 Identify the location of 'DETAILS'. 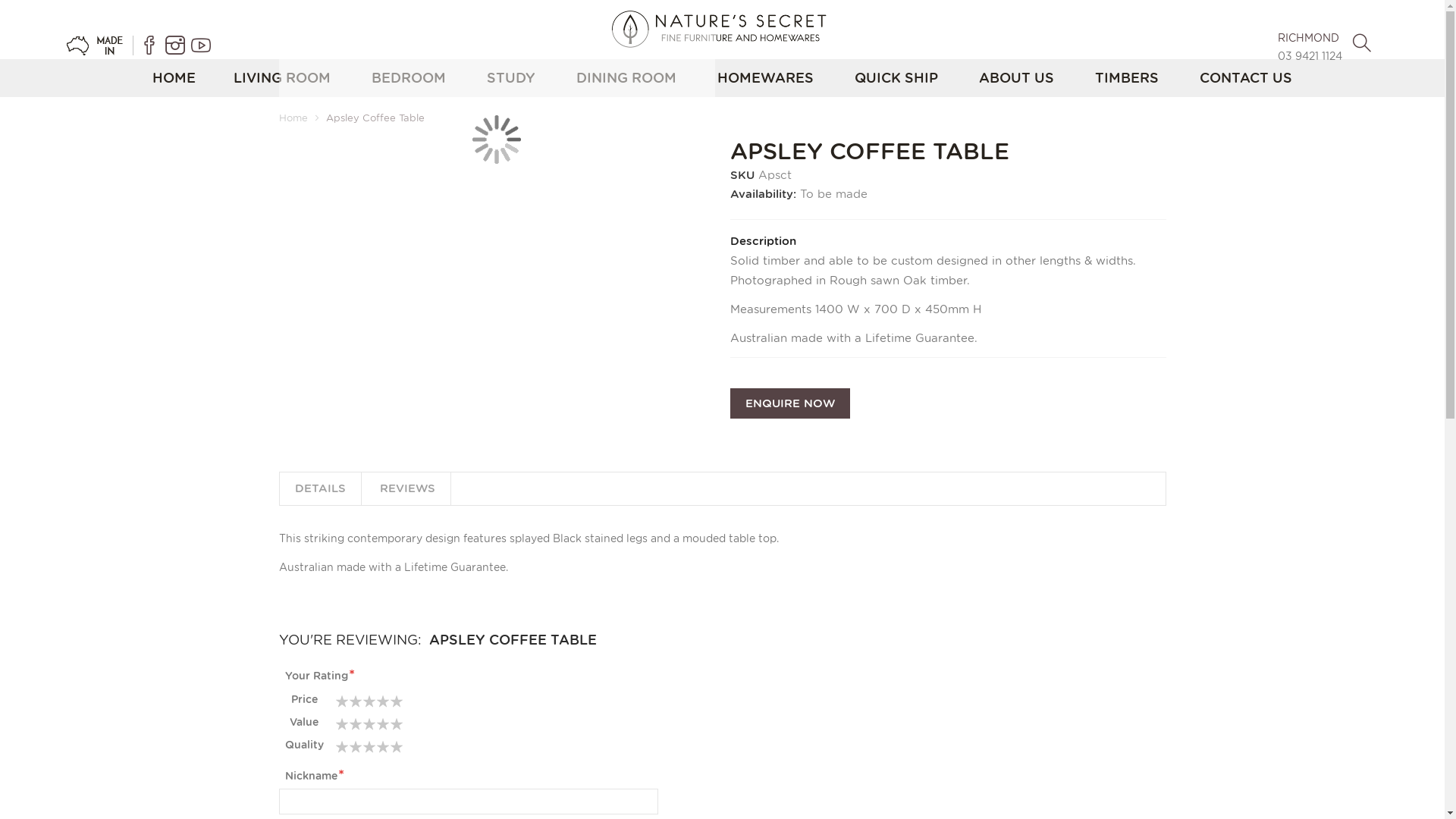
(279, 488).